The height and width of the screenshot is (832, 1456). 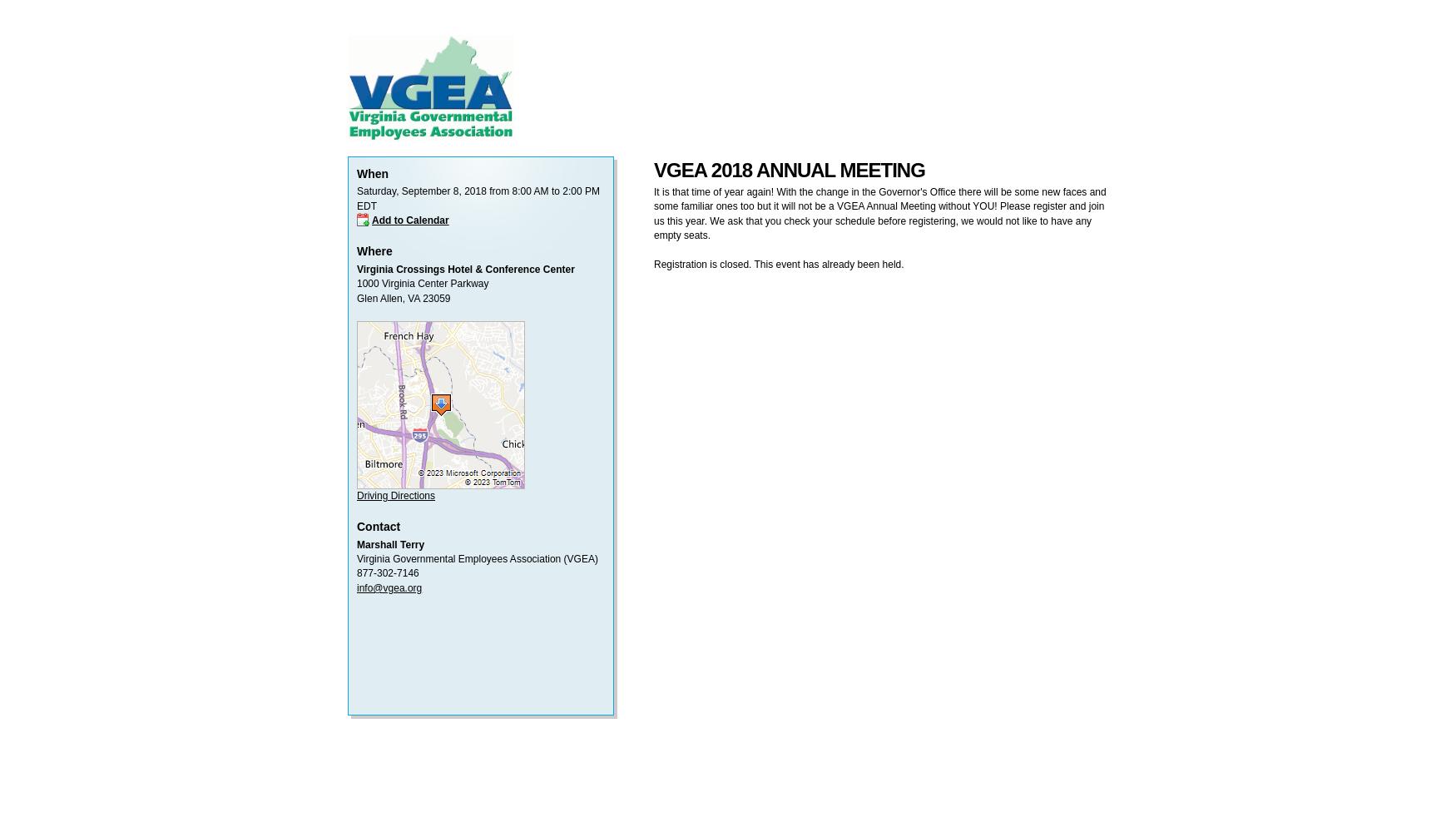 I want to click on 'Virginia Crossings Hotel & Conference Center', so click(x=464, y=268).